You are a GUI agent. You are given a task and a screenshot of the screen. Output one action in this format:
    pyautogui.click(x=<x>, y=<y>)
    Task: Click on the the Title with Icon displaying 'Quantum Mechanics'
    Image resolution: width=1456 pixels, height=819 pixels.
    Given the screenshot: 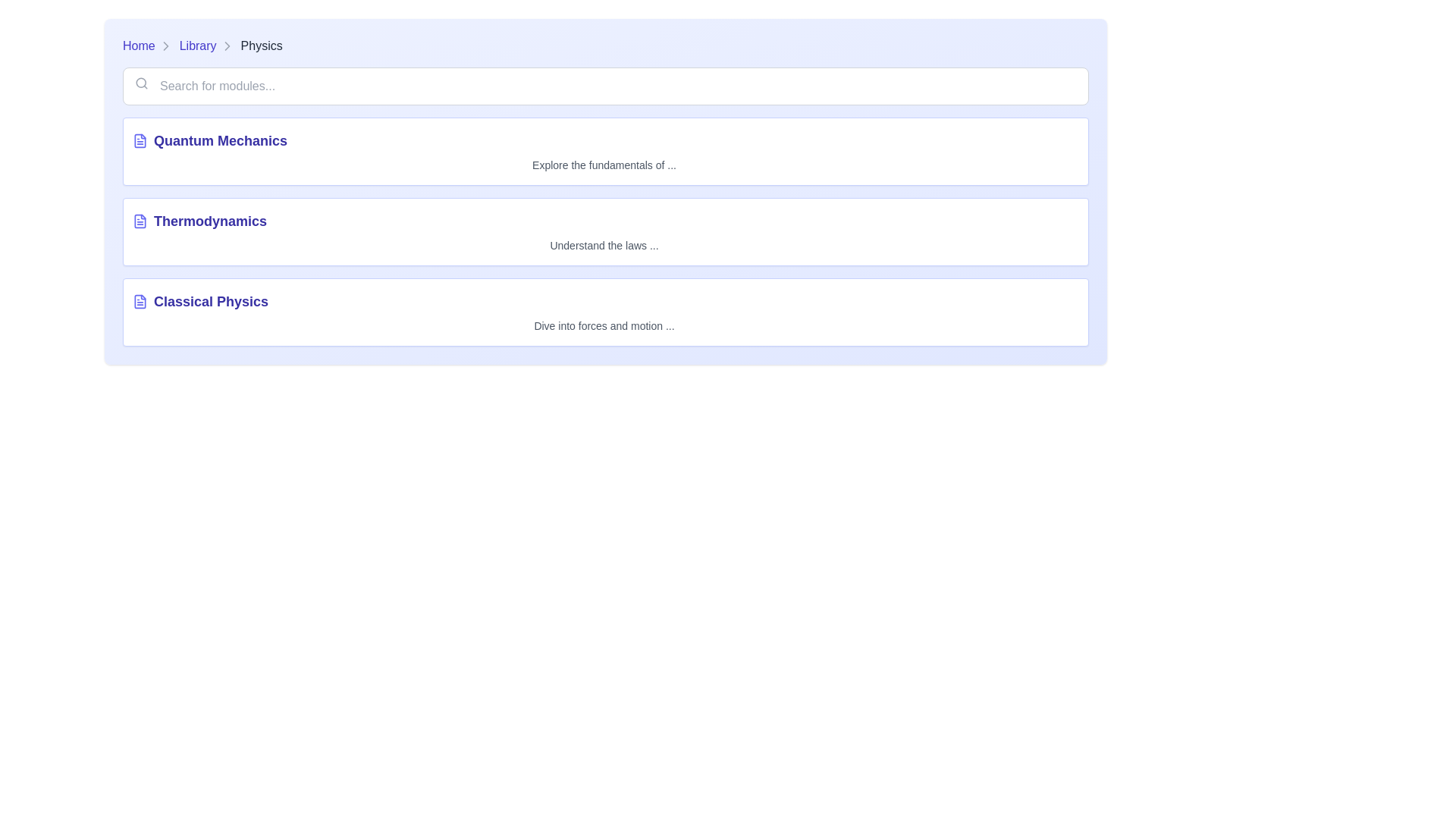 What is the action you would take?
    pyautogui.click(x=603, y=140)
    